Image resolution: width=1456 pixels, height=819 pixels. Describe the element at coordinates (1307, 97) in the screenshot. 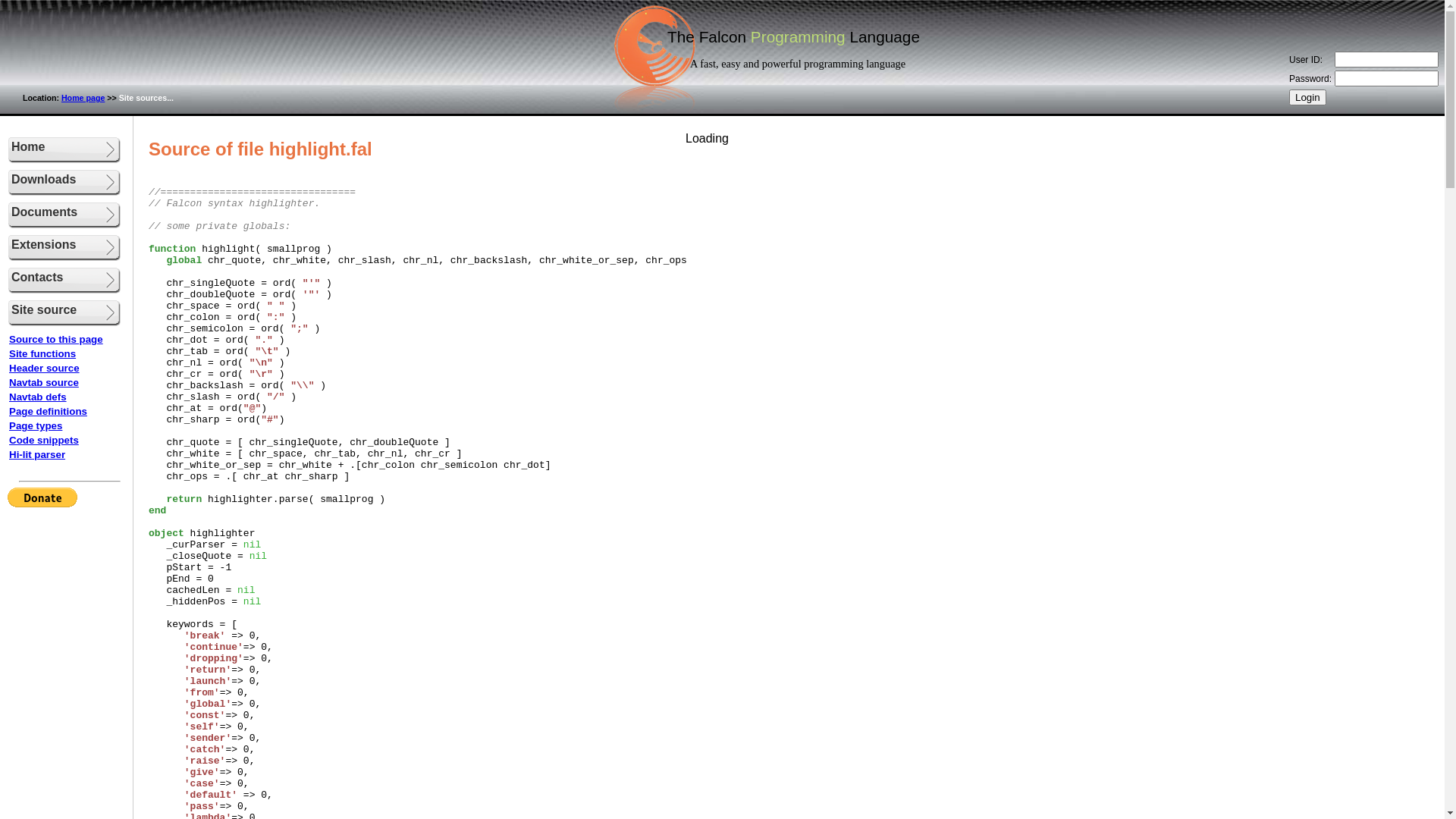

I see `'Login'` at that location.